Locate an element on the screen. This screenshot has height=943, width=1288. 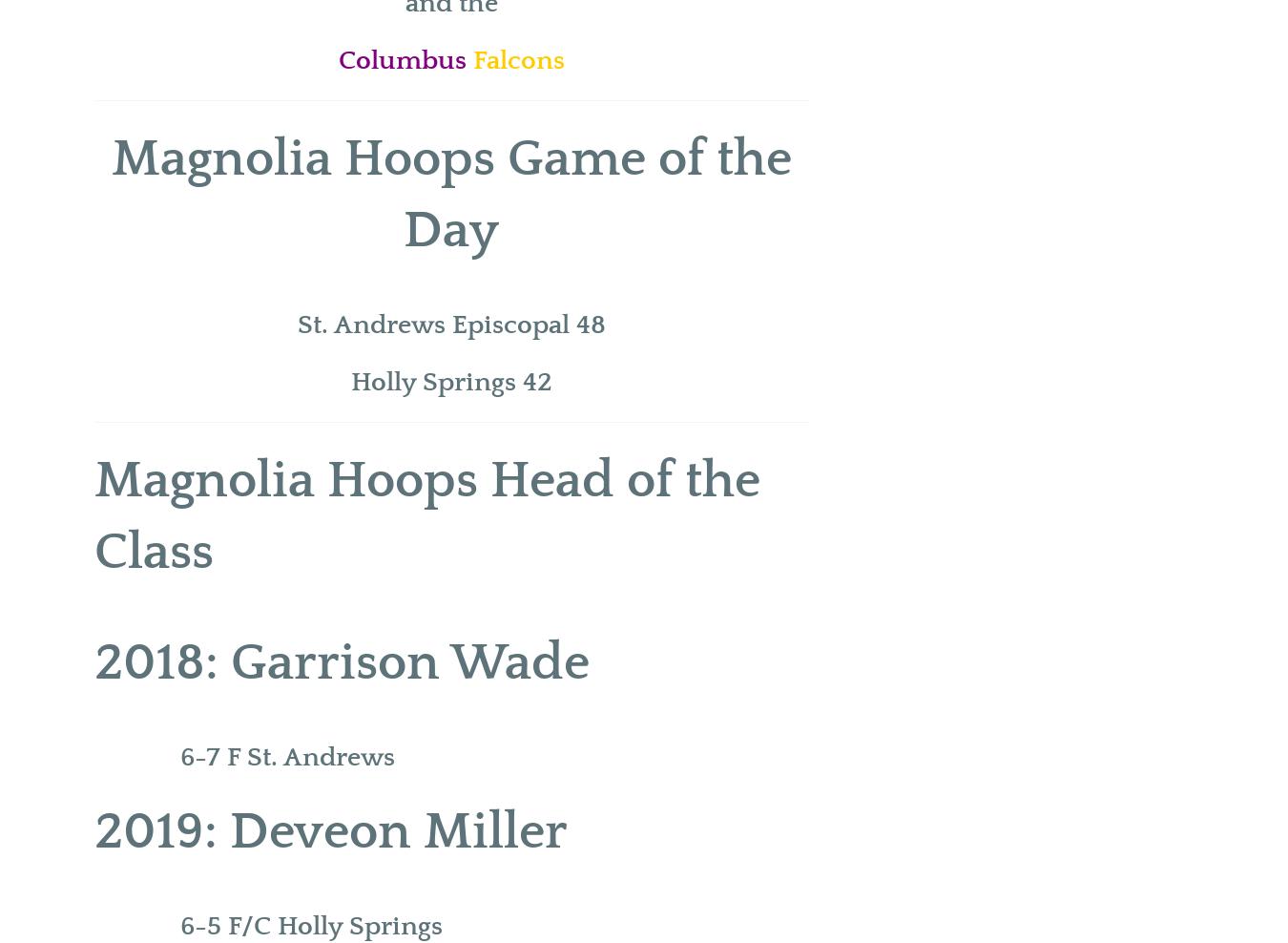
'2018: Garrison Wade' is located at coordinates (342, 662).